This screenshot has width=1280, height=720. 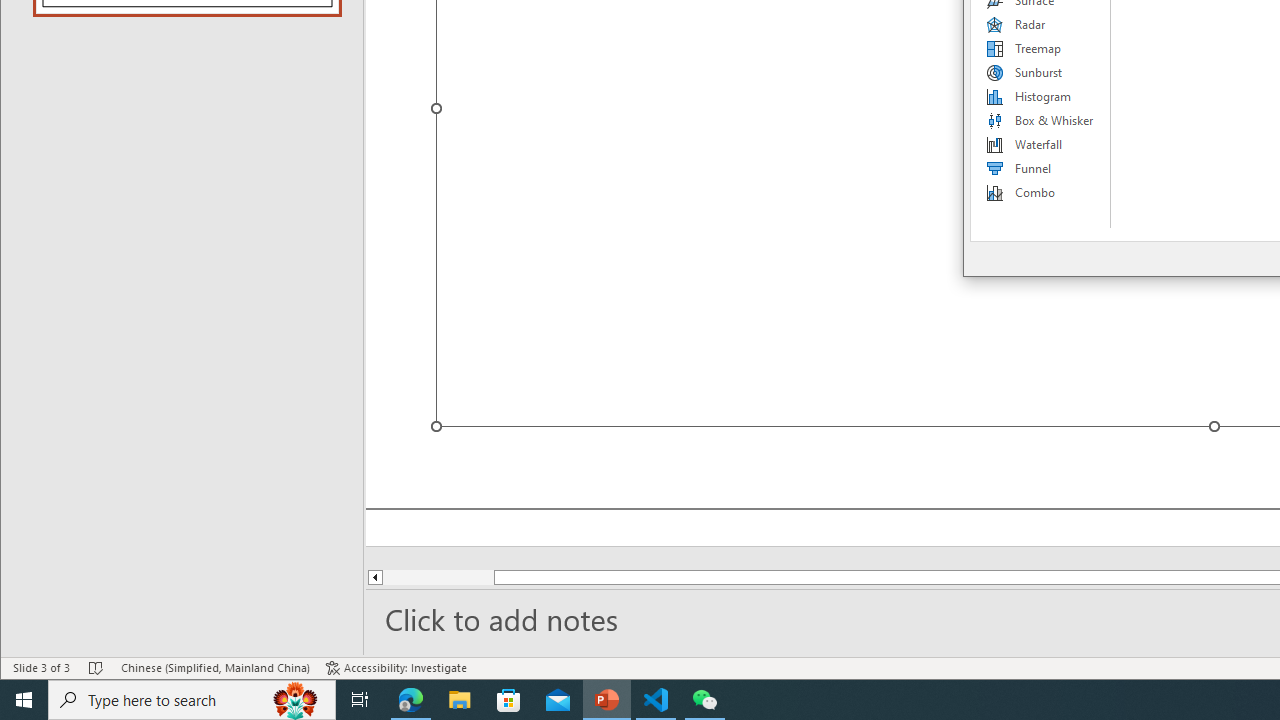 I want to click on 'Combo', so click(x=1040, y=192).